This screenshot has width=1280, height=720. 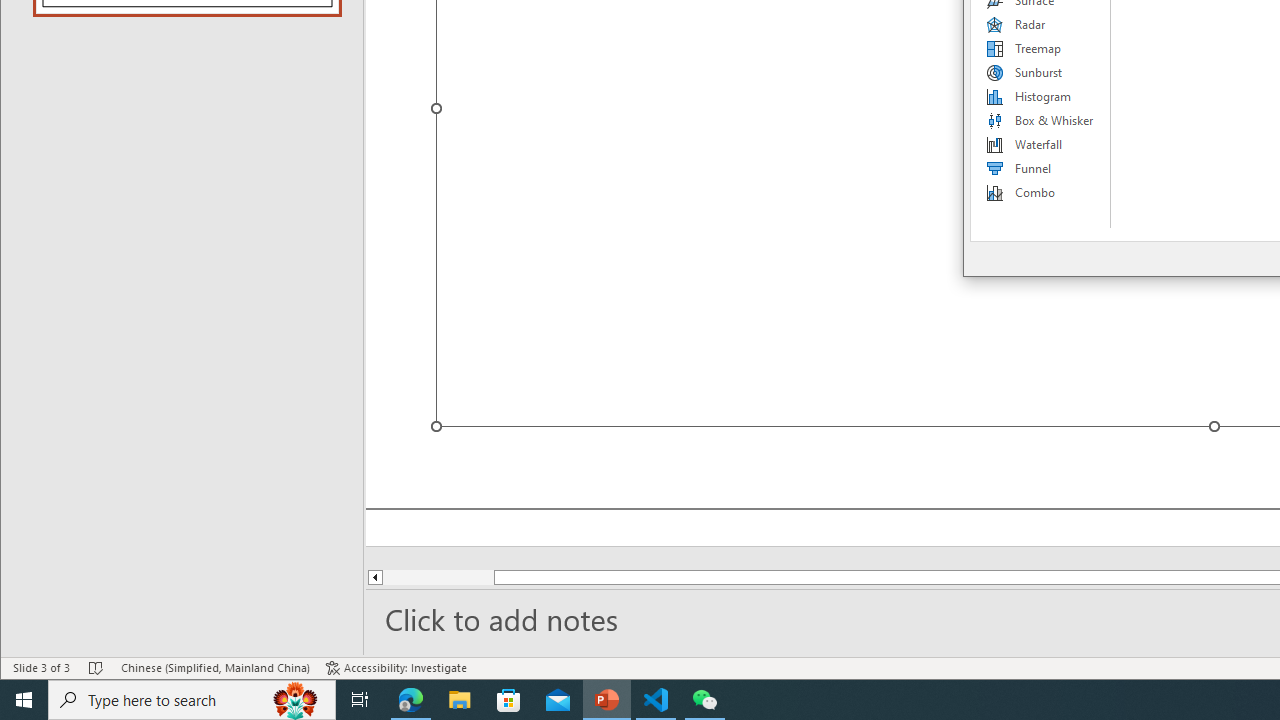 I want to click on 'Combo', so click(x=1040, y=192).